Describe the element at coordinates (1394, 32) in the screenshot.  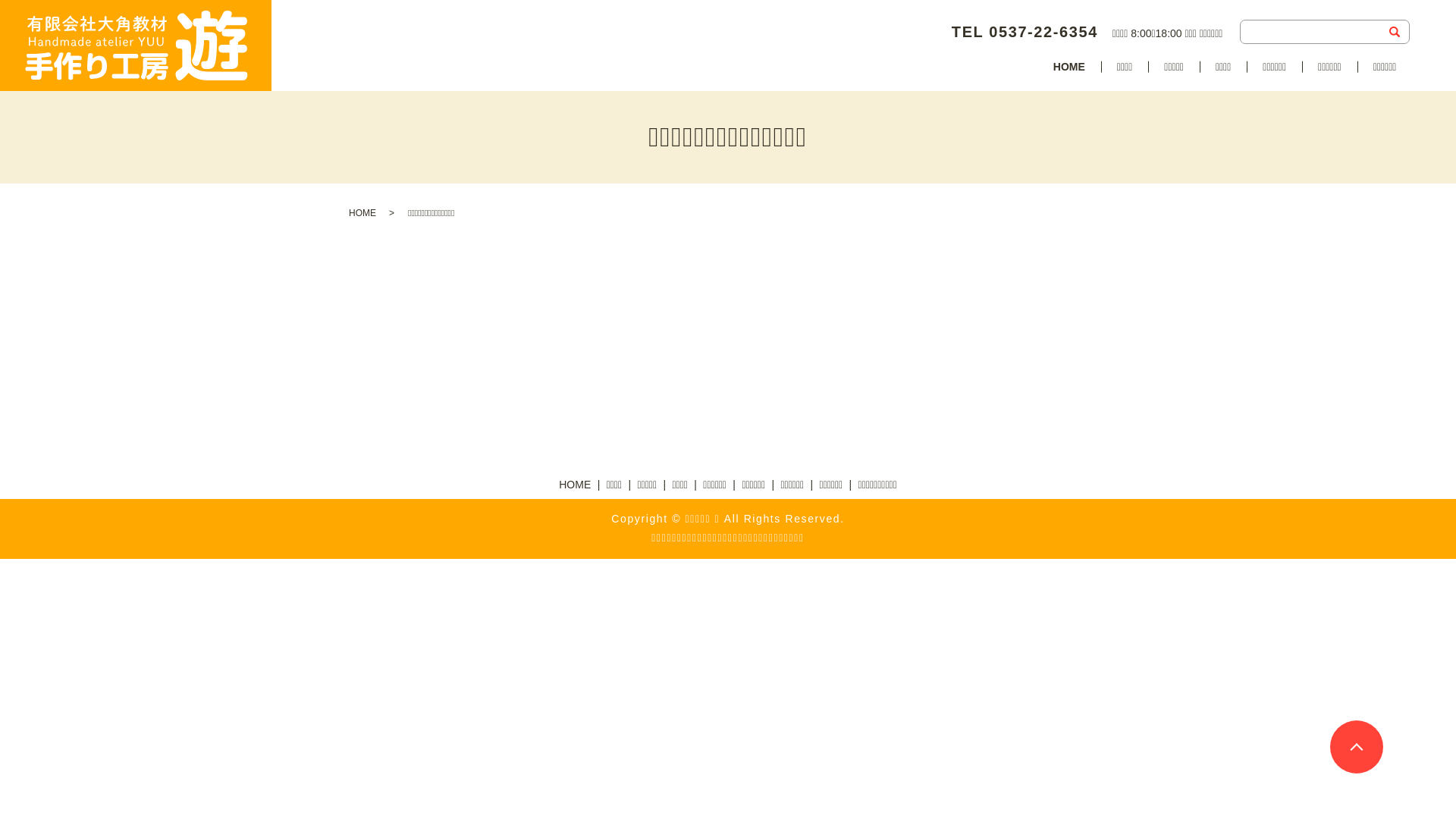
I see `'Search'` at that location.